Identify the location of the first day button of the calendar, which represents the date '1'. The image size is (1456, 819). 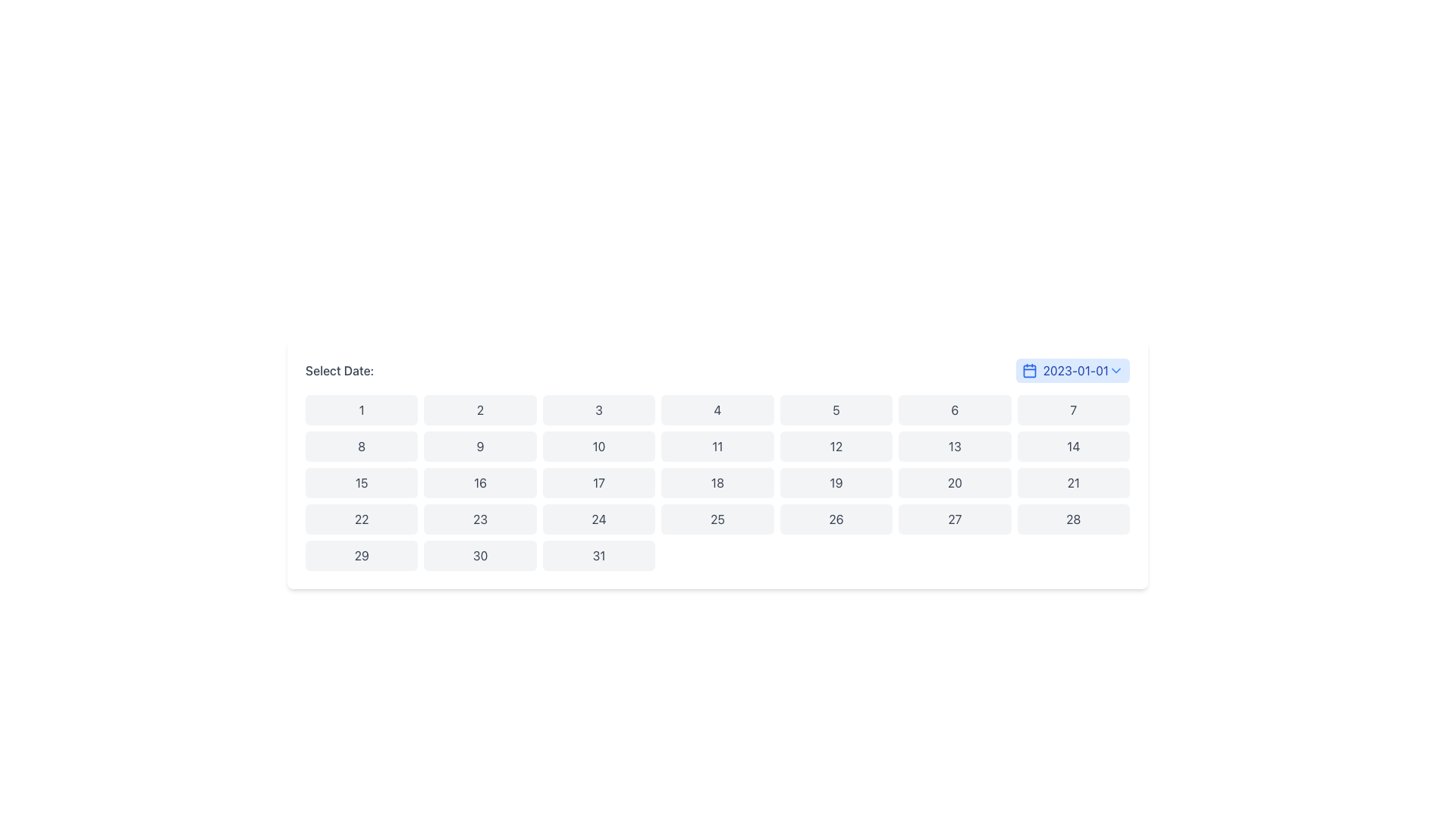
(361, 409).